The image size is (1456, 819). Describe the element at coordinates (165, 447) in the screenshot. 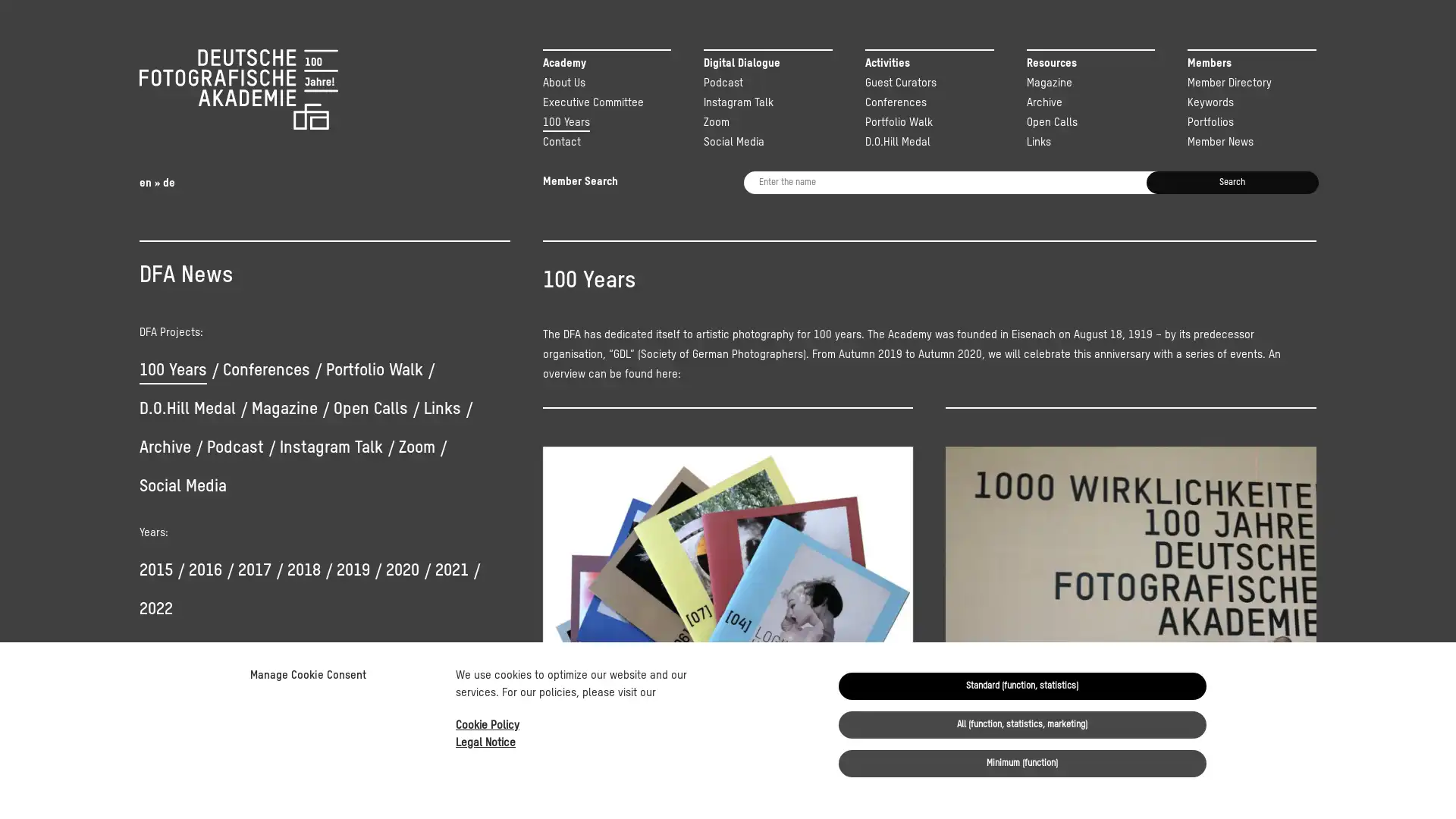

I see `Archive` at that location.